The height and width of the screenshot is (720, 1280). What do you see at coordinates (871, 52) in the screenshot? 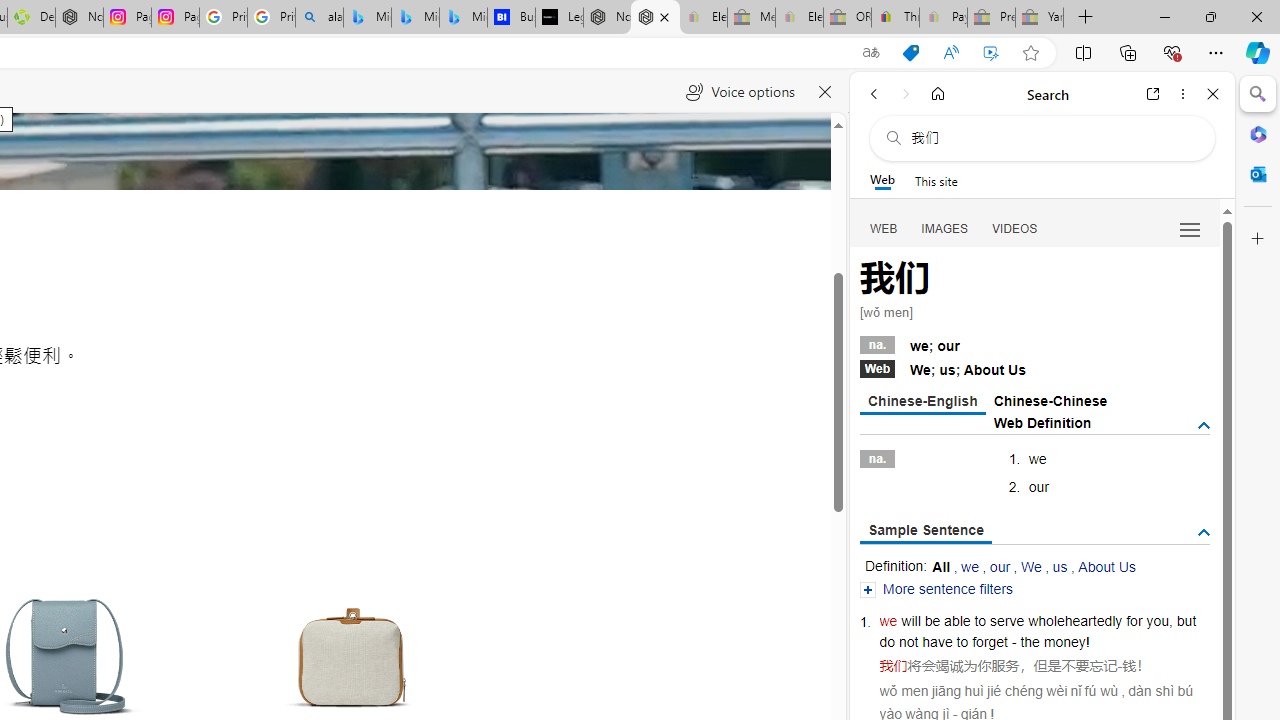
I see `'Show translate options'` at bounding box center [871, 52].